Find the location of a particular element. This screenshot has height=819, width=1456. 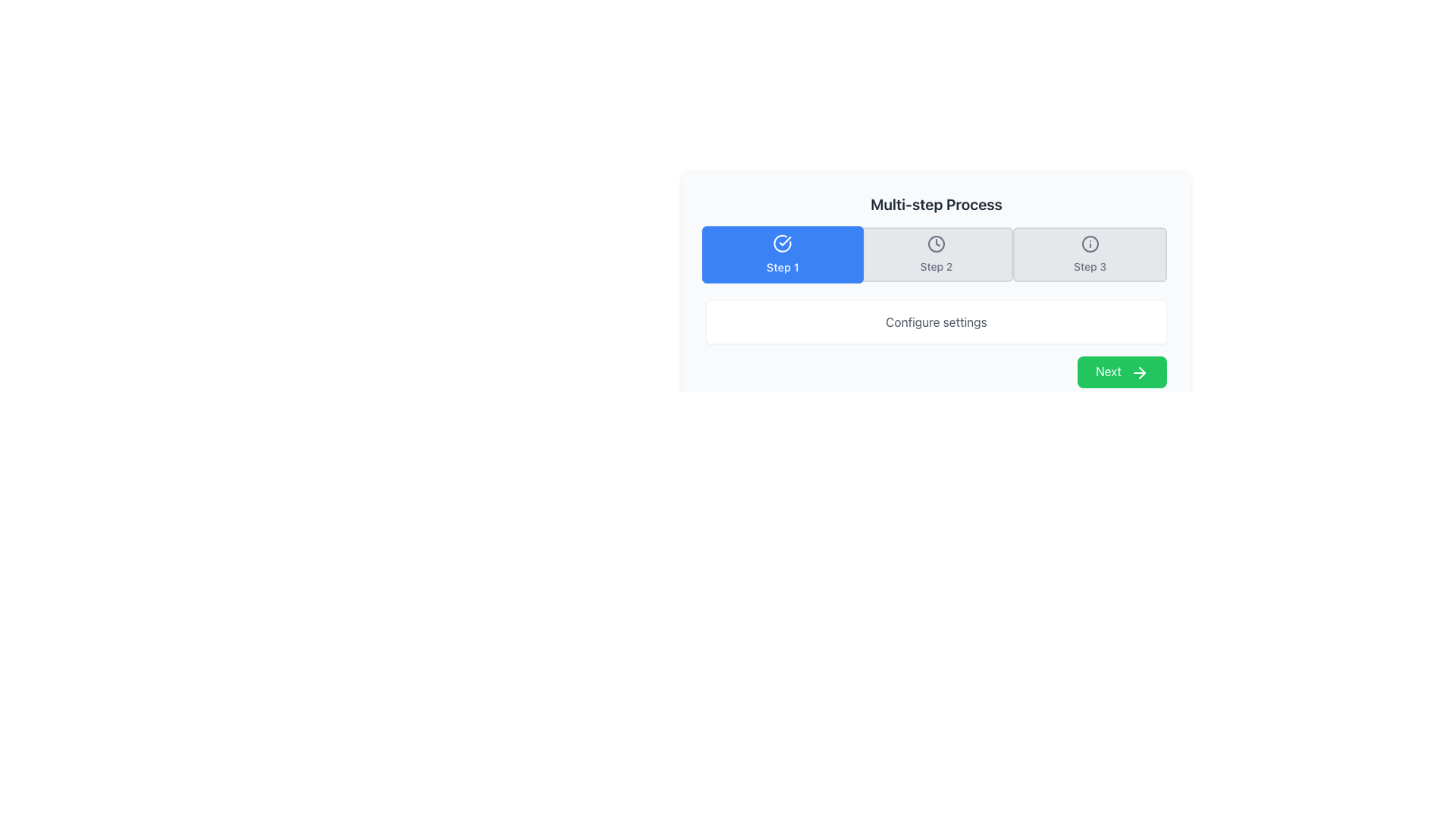

the circular outline of the clock icon in the 'Step 2' section of the multi-step progress bar, which is located in the top-middle portion of the interface is located at coordinates (935, 243).